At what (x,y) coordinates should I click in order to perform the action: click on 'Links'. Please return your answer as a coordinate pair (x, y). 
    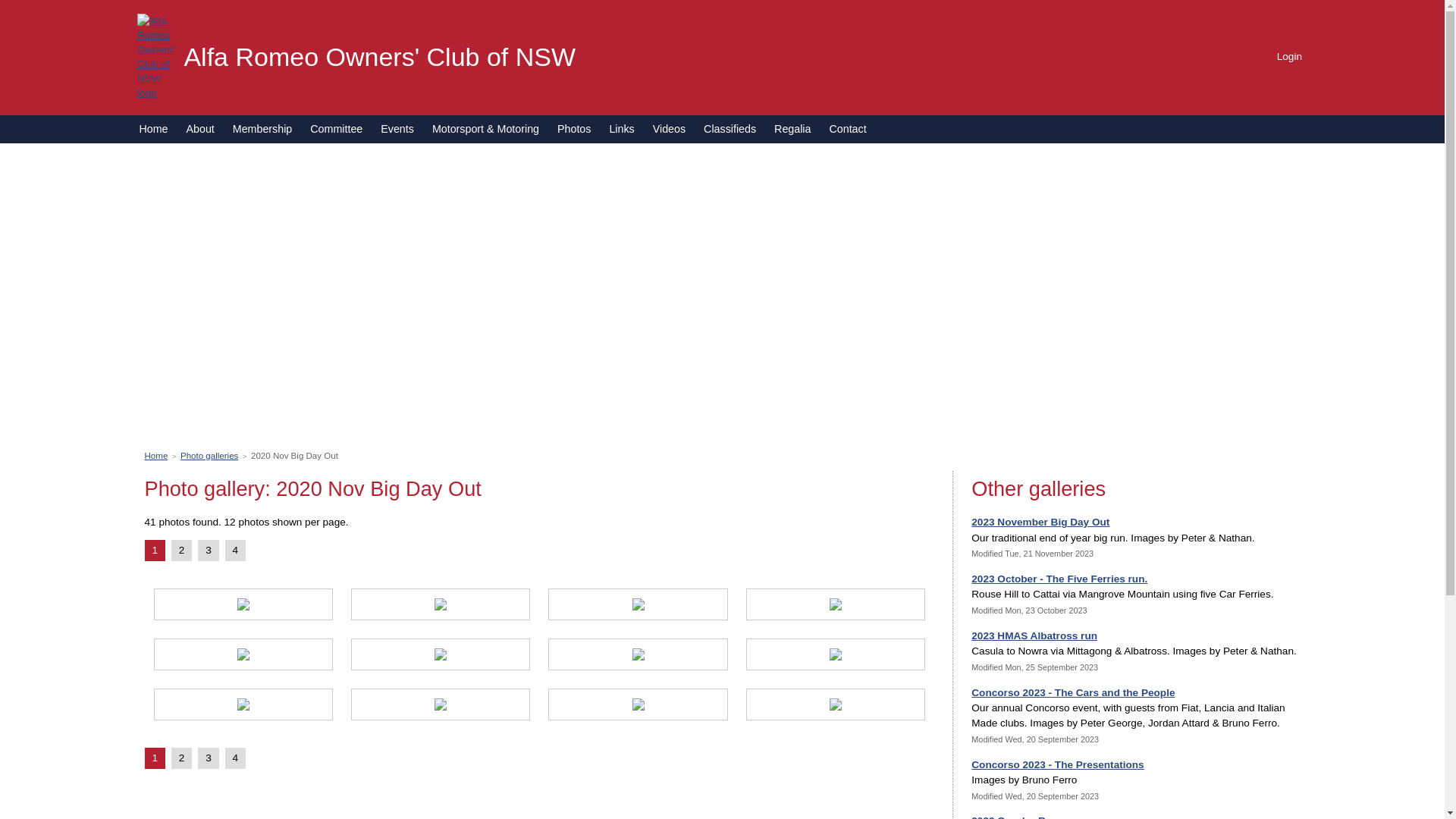
    Looking at the image, I should click on (621, 127).